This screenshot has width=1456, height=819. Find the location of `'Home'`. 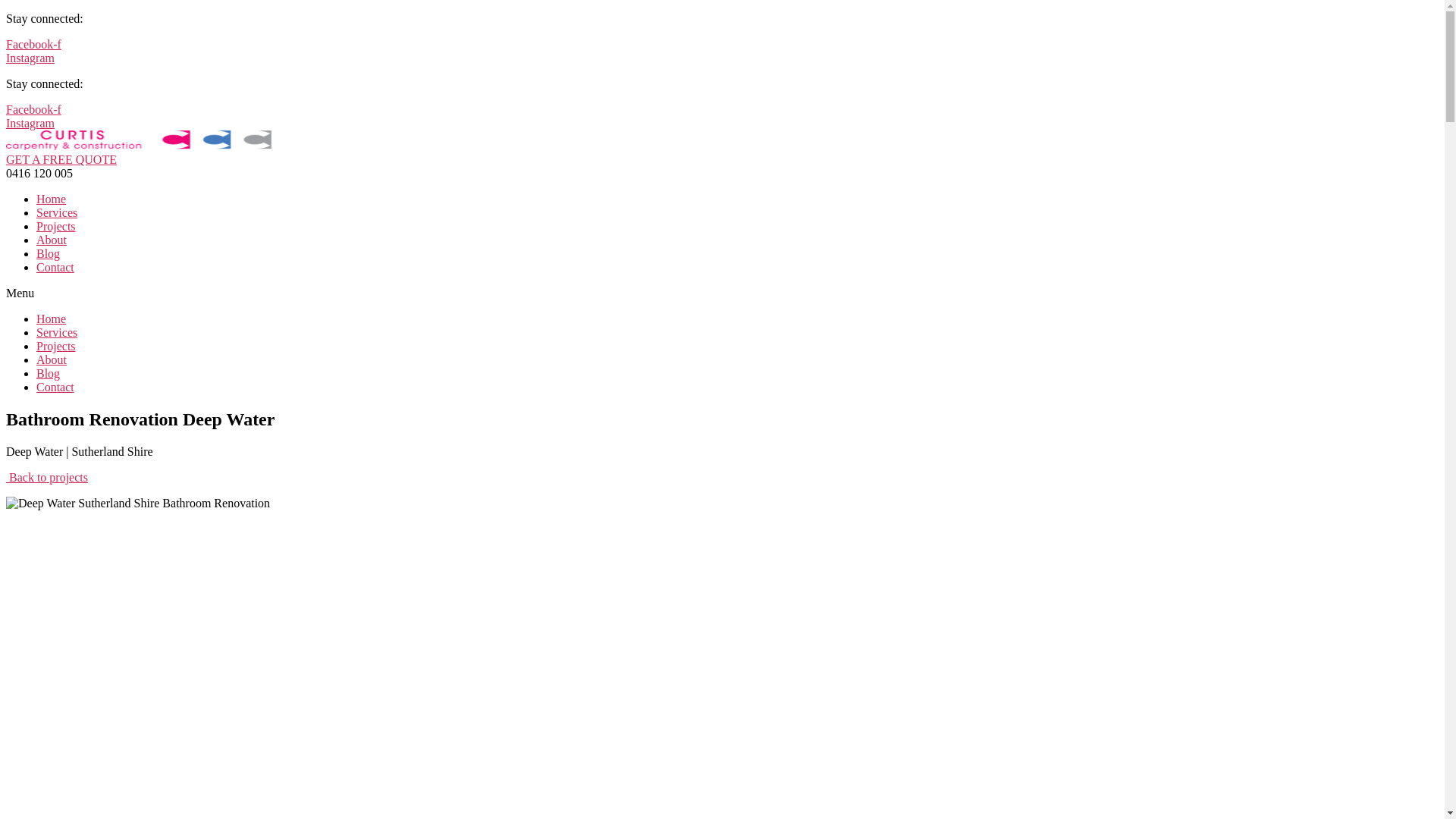

'Home' is located at coordinates (51, 198).